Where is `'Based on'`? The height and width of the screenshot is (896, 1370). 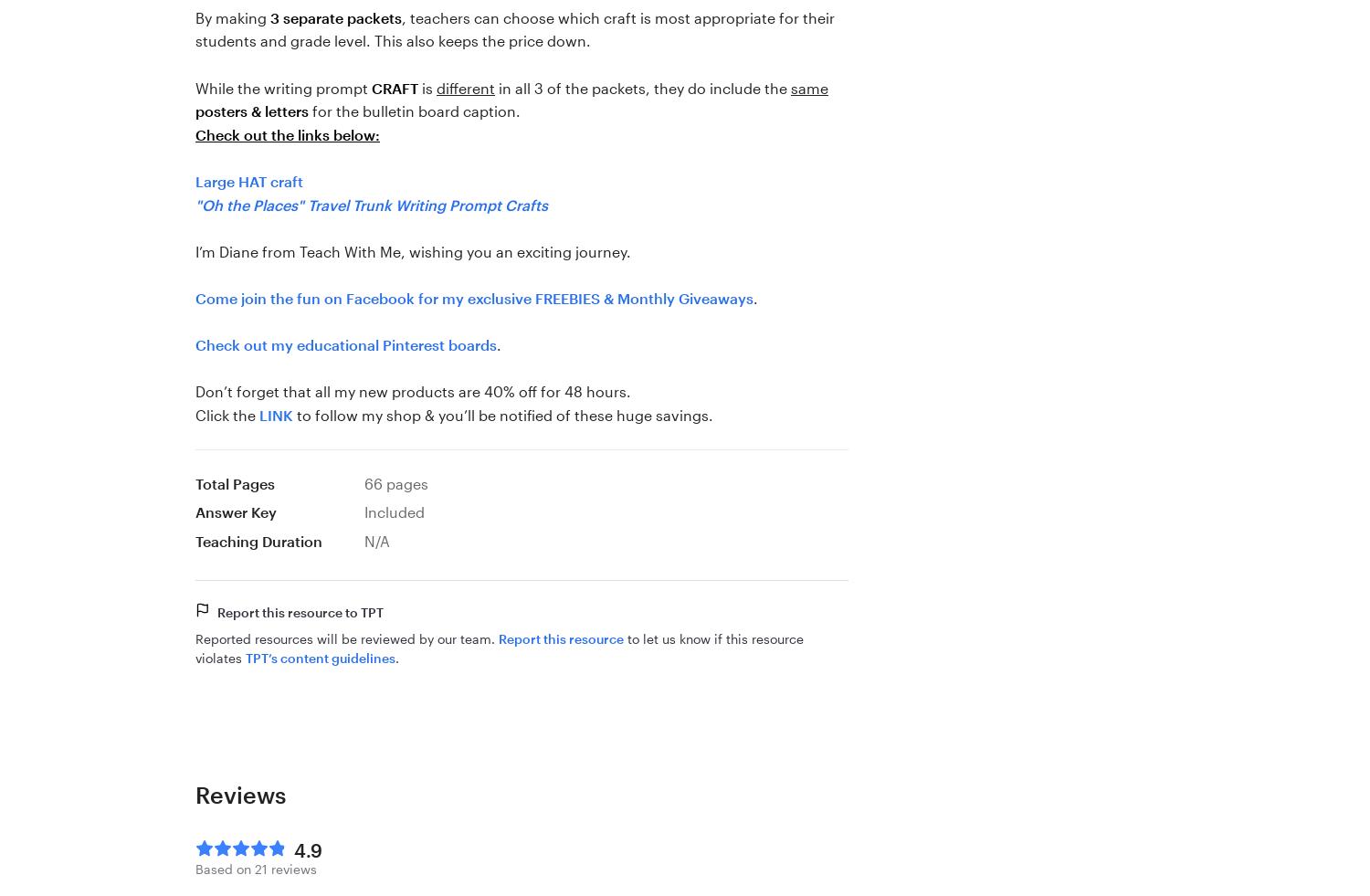 'Based on' is located at coordinates (224, 869).